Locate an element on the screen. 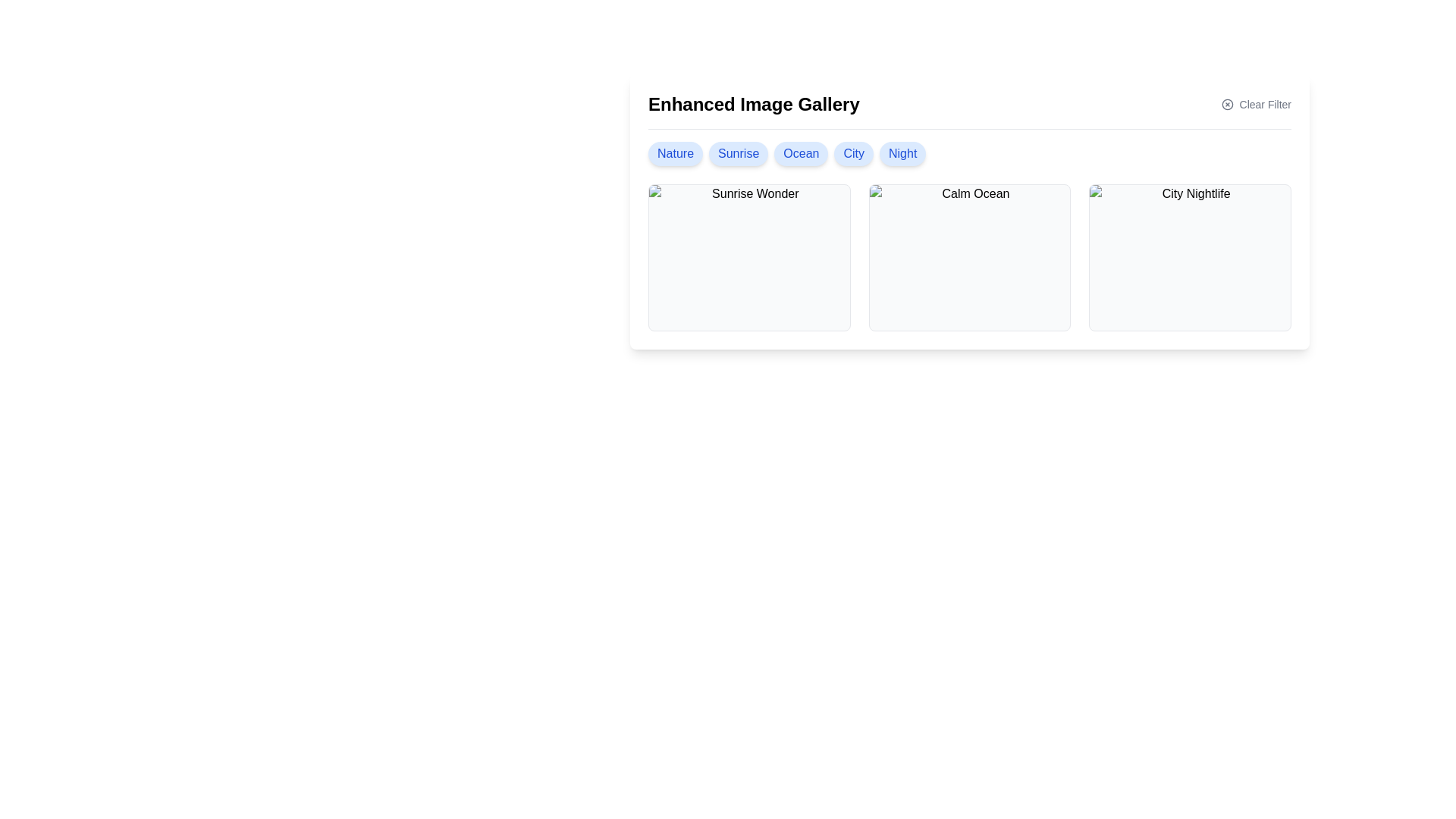  the 'City' themed button, which is the fourth button in a horizontal group of five is located at coordinates (854, 154).